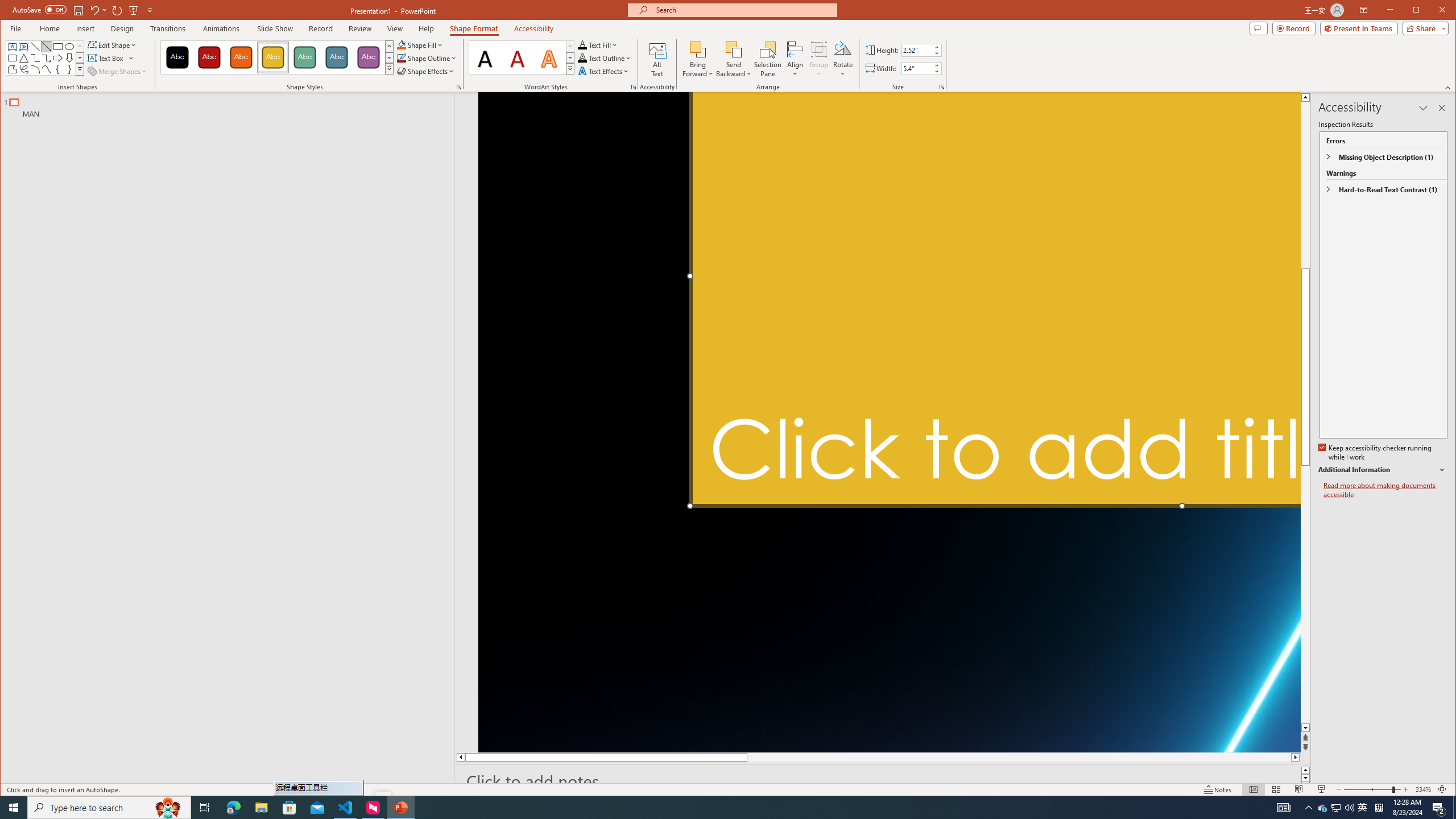  What do you see at coordinates (427, 58) in the screenshot?
I see `'Shape Outline'` at bounding box center [427, 58].